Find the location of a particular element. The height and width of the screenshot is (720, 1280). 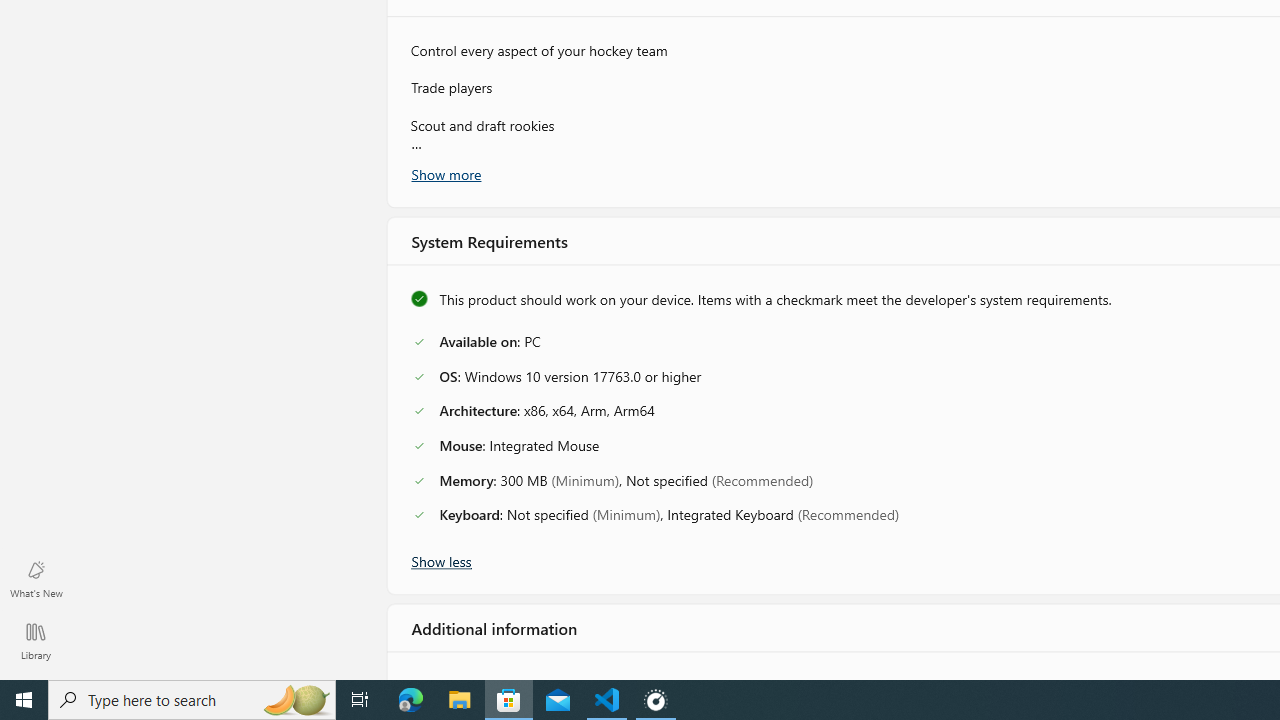

'Library' is located at coordinates (35, 640).